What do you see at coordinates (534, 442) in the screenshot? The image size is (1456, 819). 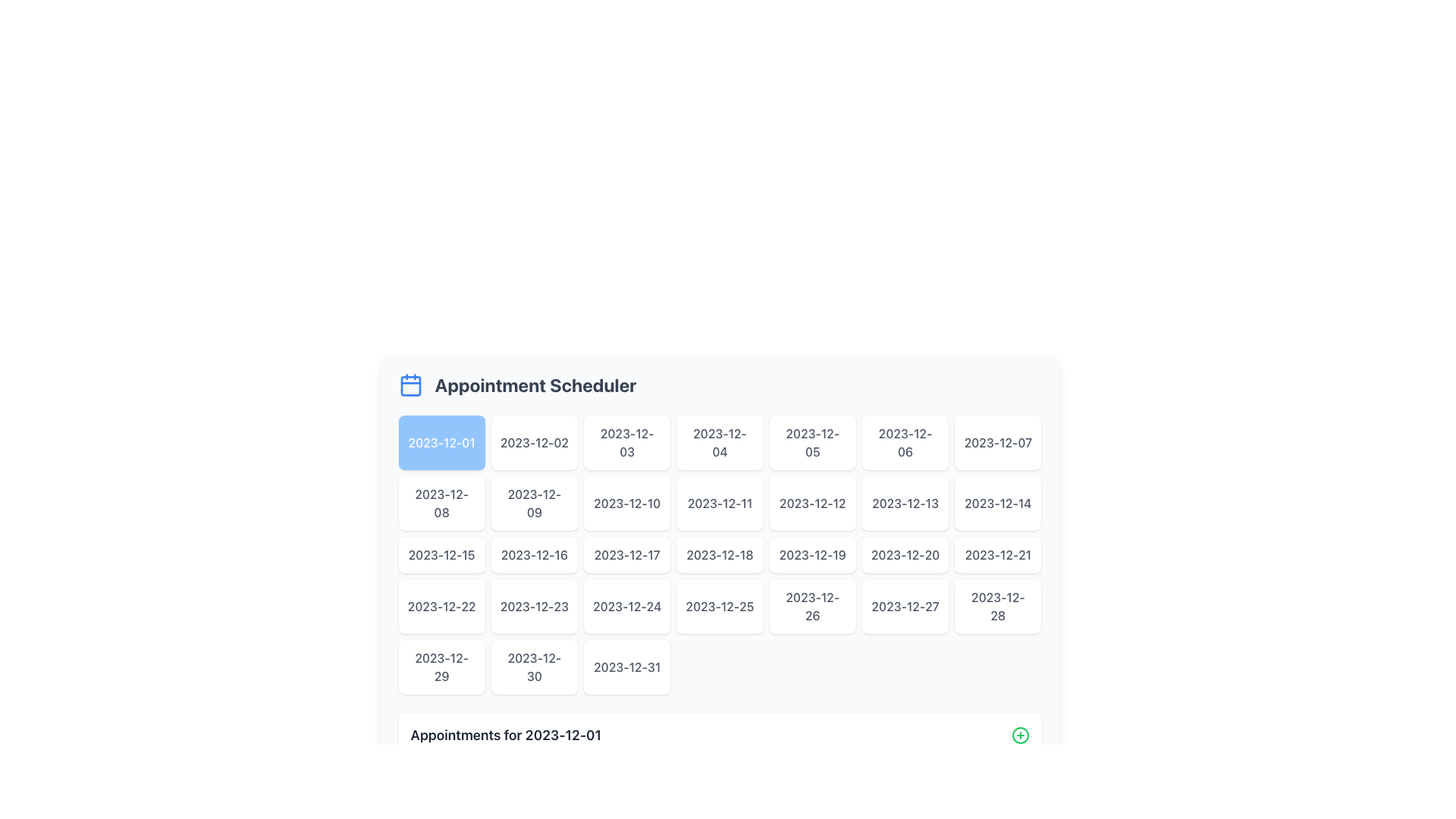 I see `the button for selecting the date '2023-12-02' in the Appointment Scheduler section` at bounding box center [534, 442].